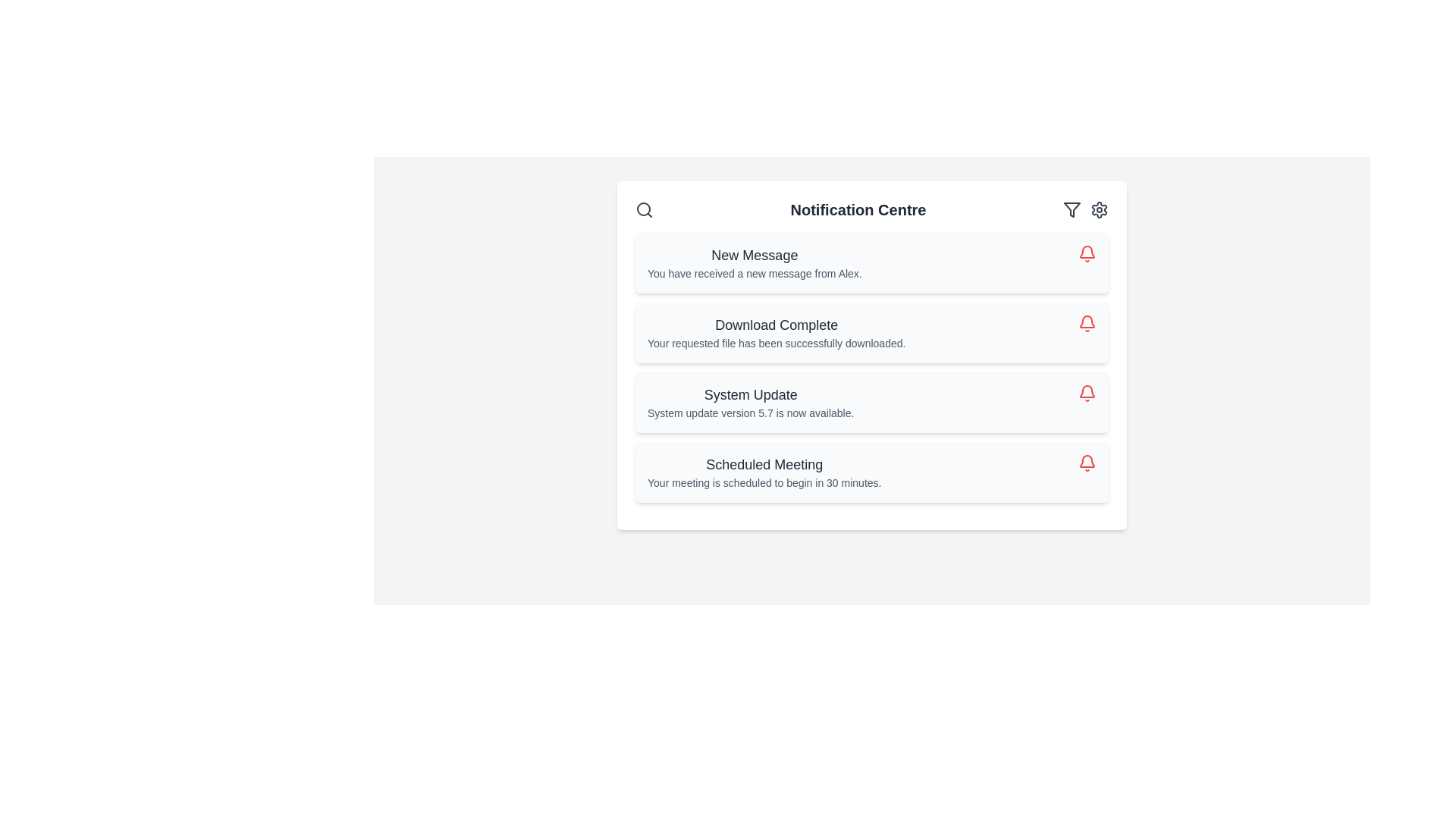 The width and height of the screenshot is (1456, 819). Describe the element at coordinates (872, 402) in the screenshot. I see `the Notification card that provides information about the new system update (version 5.7) in the Notification Centre` at that location.